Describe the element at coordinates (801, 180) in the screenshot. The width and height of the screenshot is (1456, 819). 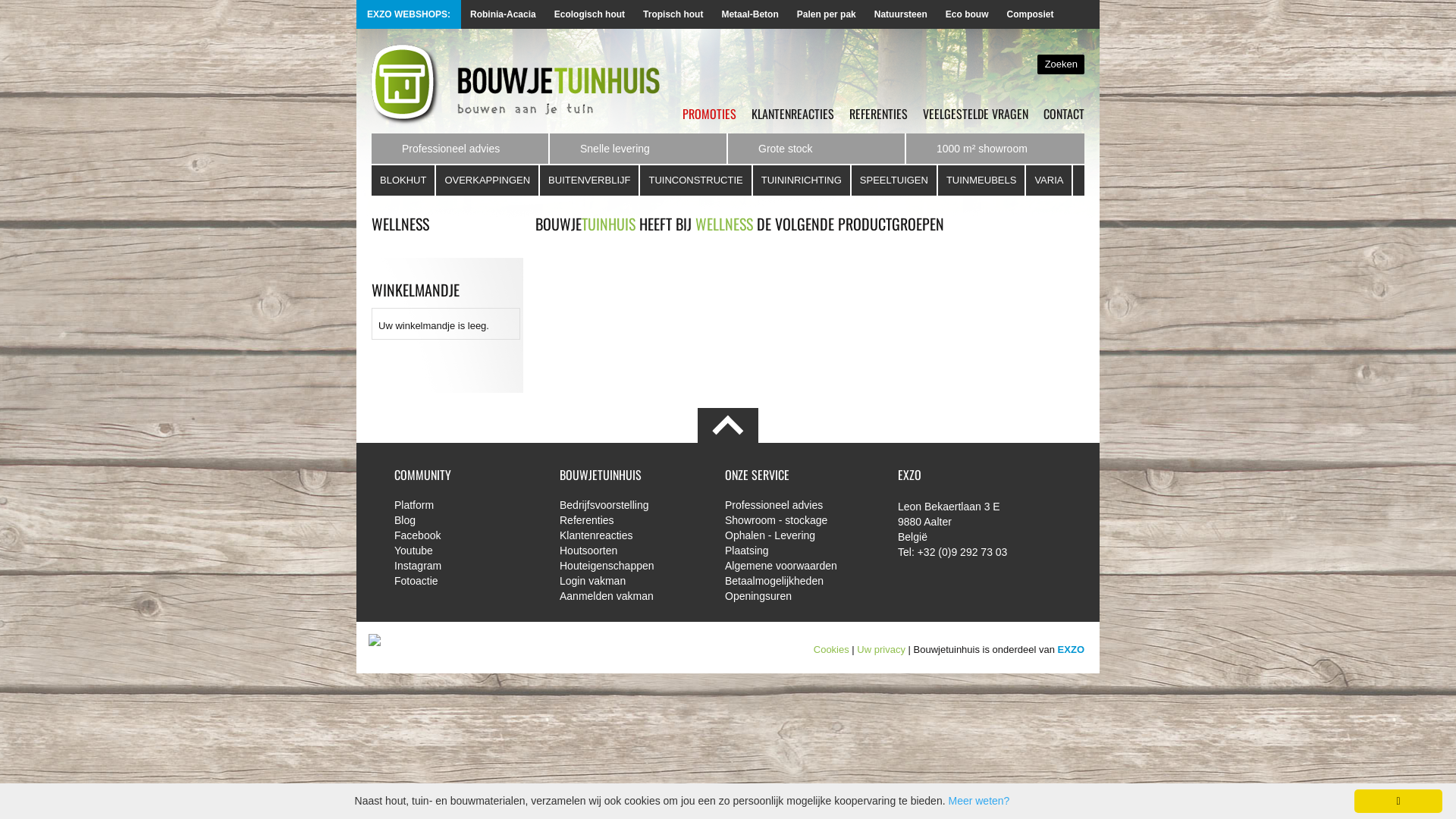
I see `'TUININRICHTING'` at that location.